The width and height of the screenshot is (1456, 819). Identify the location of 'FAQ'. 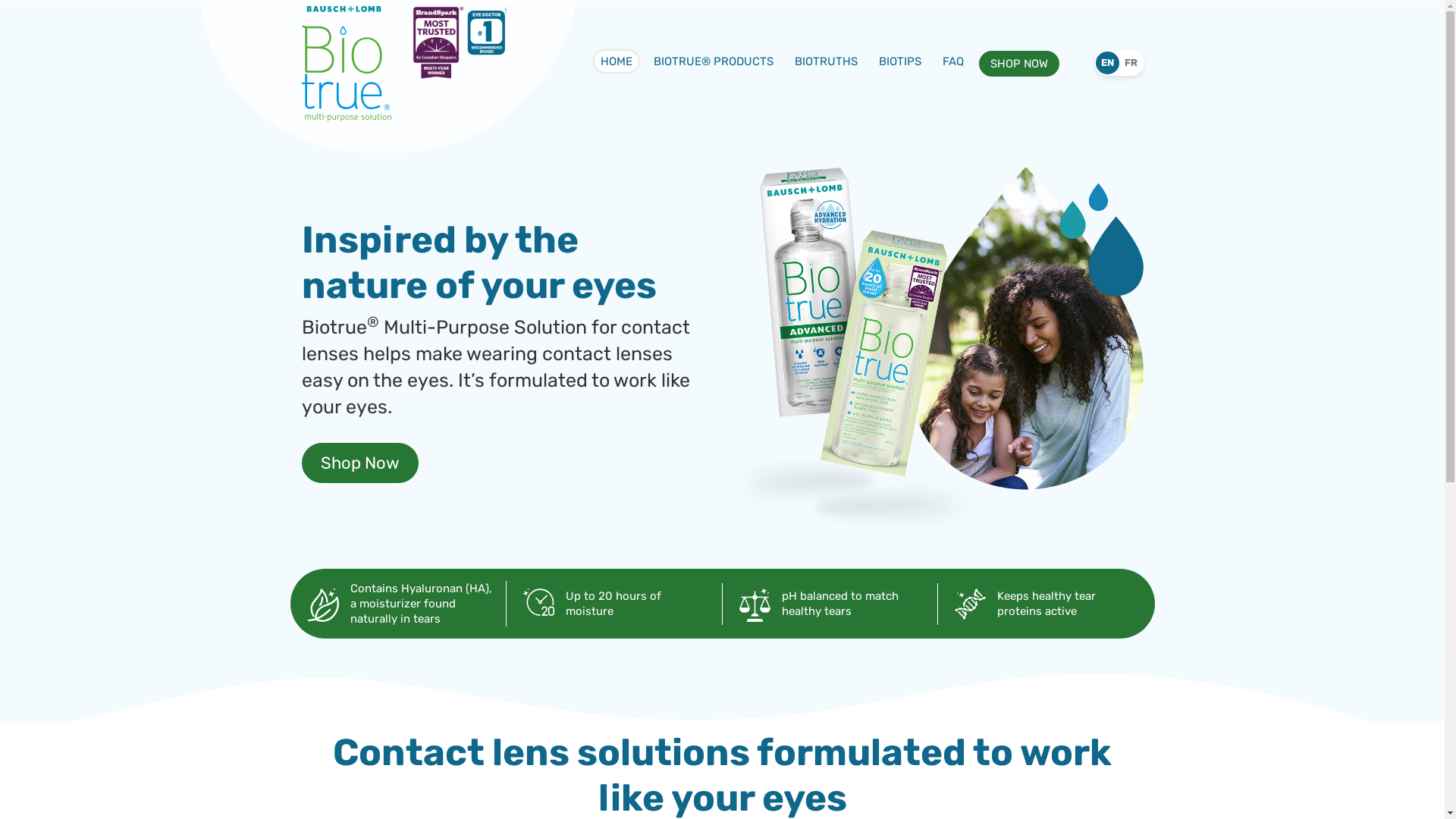
(952, 61).